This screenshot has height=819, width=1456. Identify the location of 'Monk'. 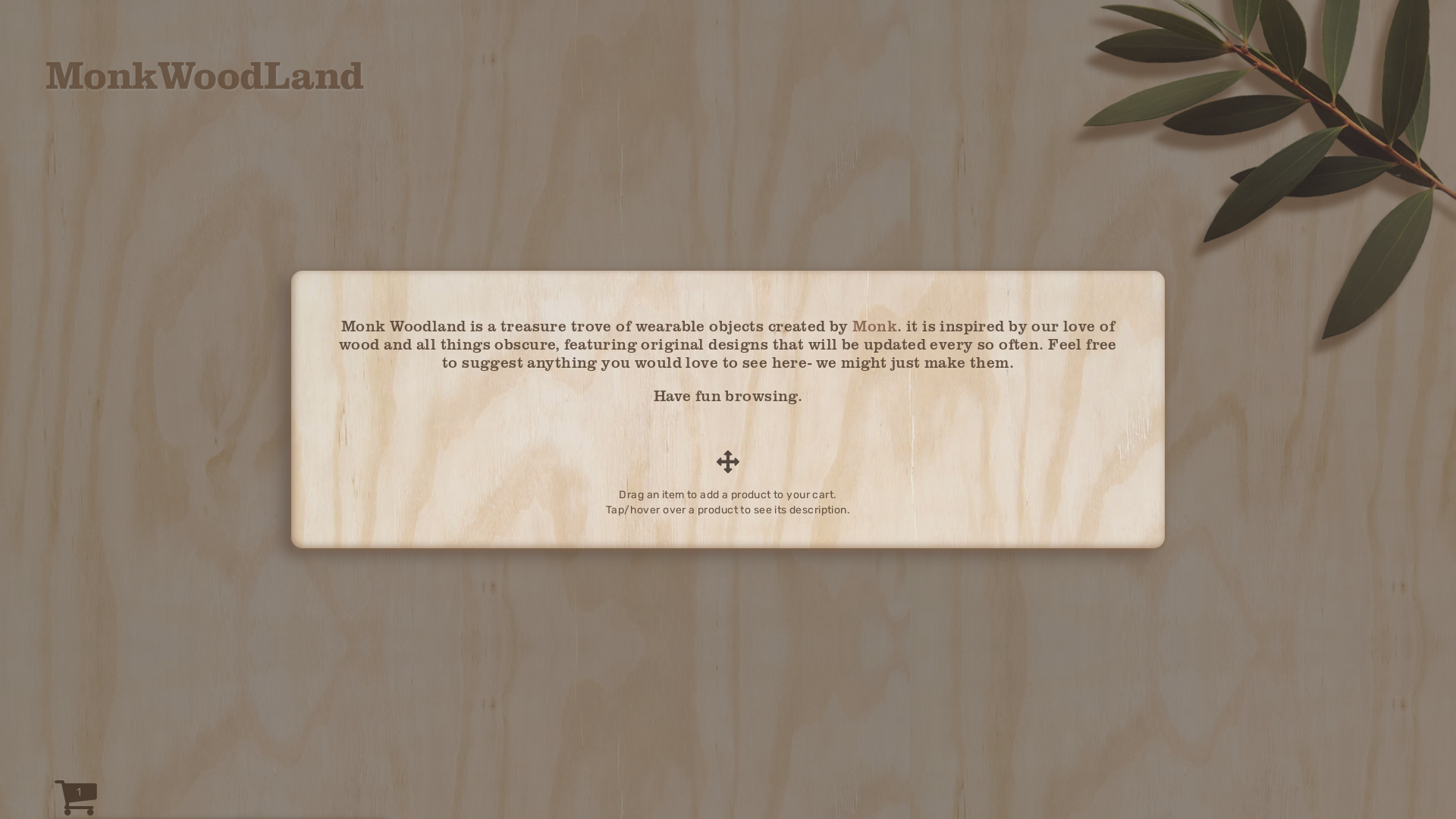
(874, 324).